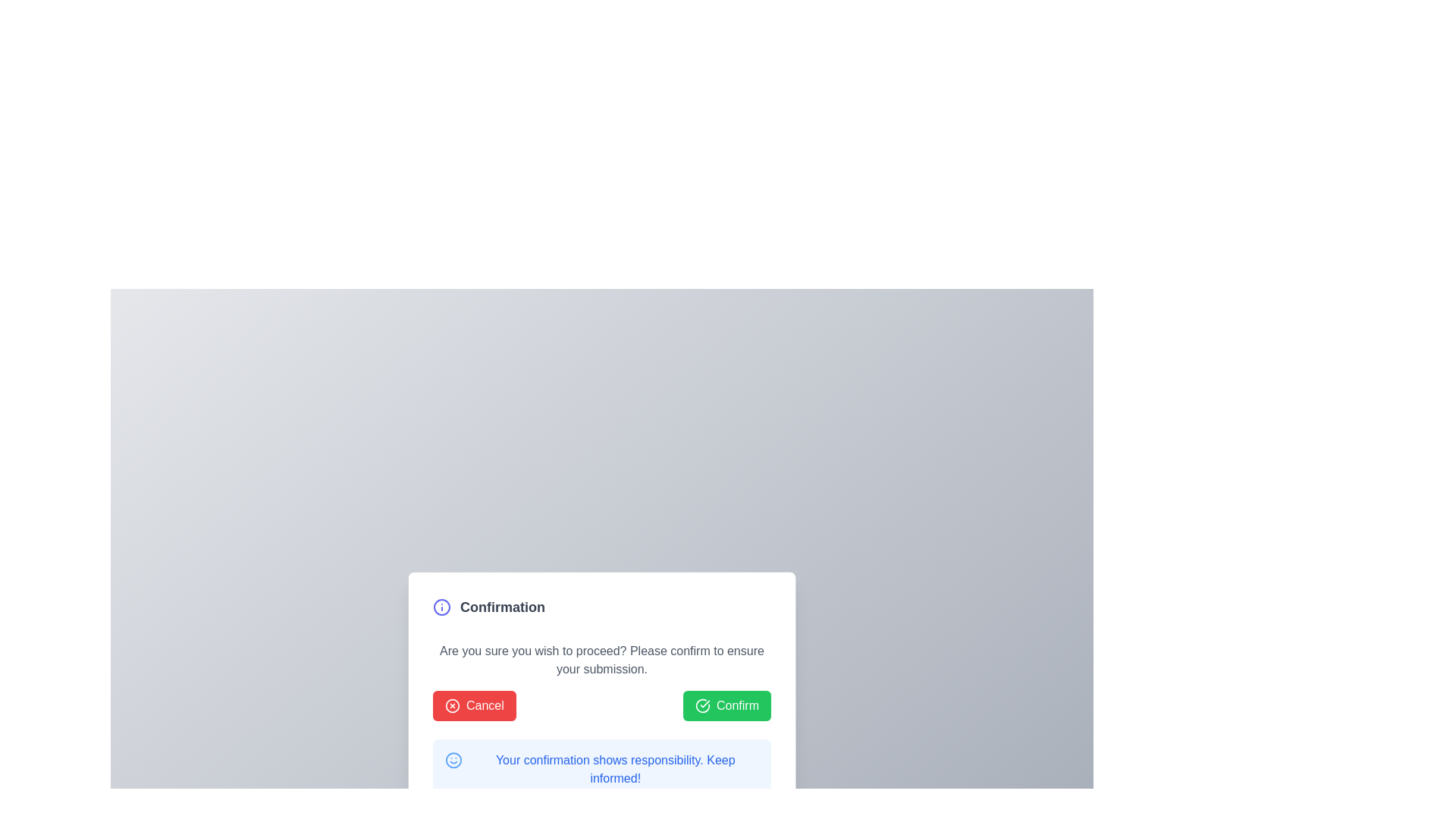  I want to click on the icon within the 'Cancel' button, which is visually emphasized and located on the left side of the button, so click(451, 705).